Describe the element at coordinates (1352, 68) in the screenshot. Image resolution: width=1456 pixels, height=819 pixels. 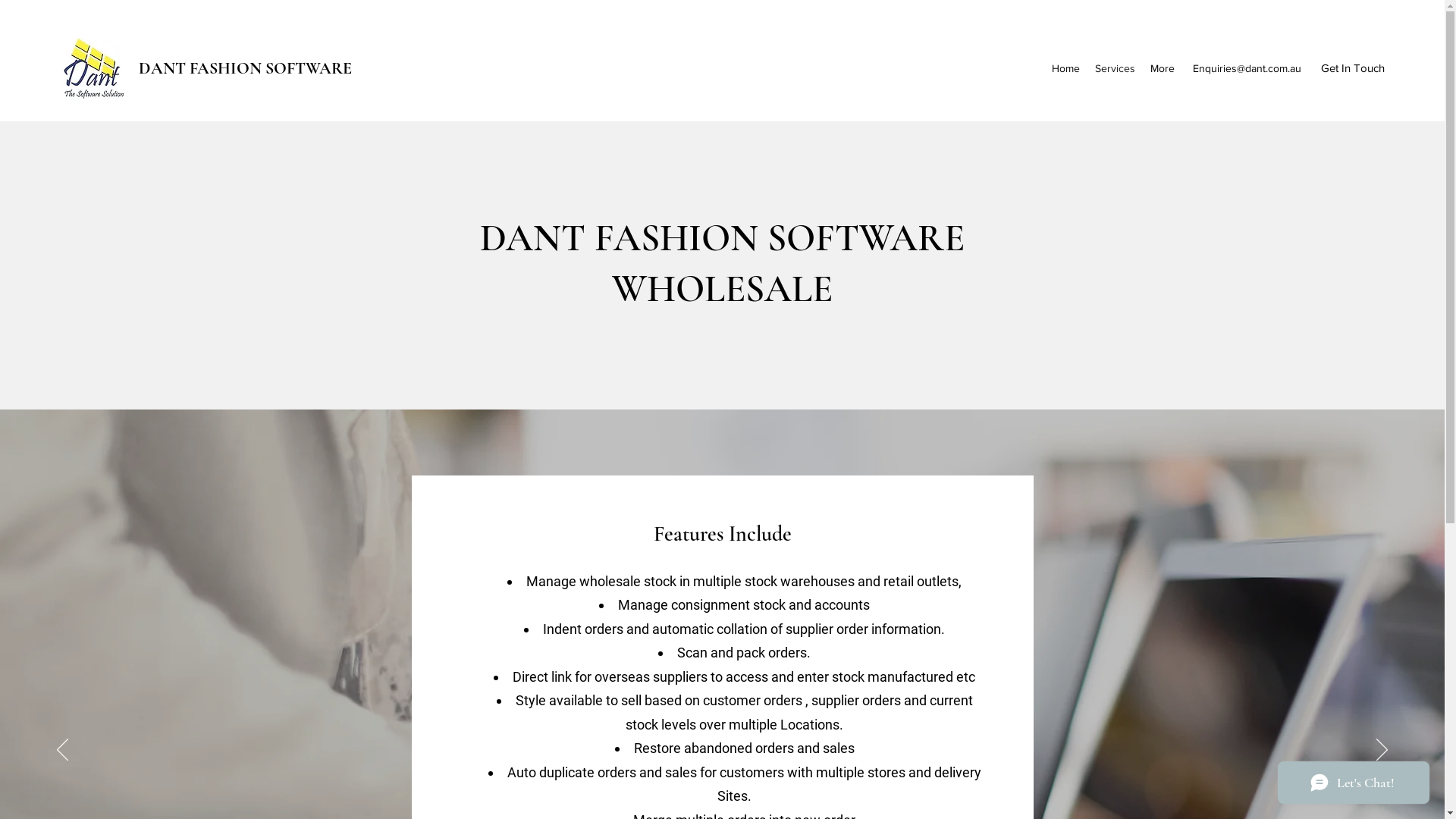
I see `'Get In Touch'` at that location.